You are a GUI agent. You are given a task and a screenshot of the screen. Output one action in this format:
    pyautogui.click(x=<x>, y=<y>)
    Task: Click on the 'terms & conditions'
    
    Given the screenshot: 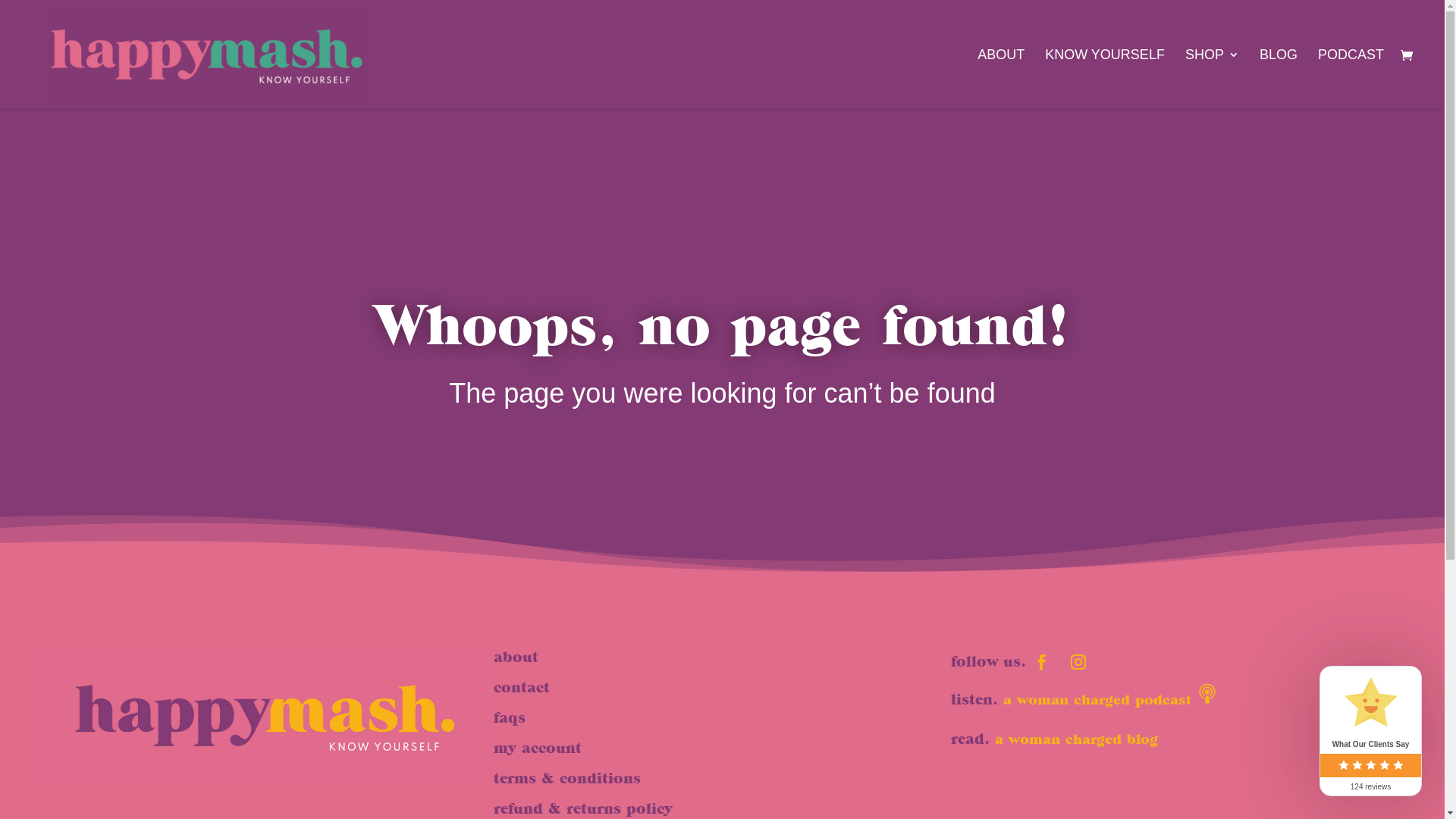 What is the action you would take?
    pyautogui.click(x=566, y=778)
    